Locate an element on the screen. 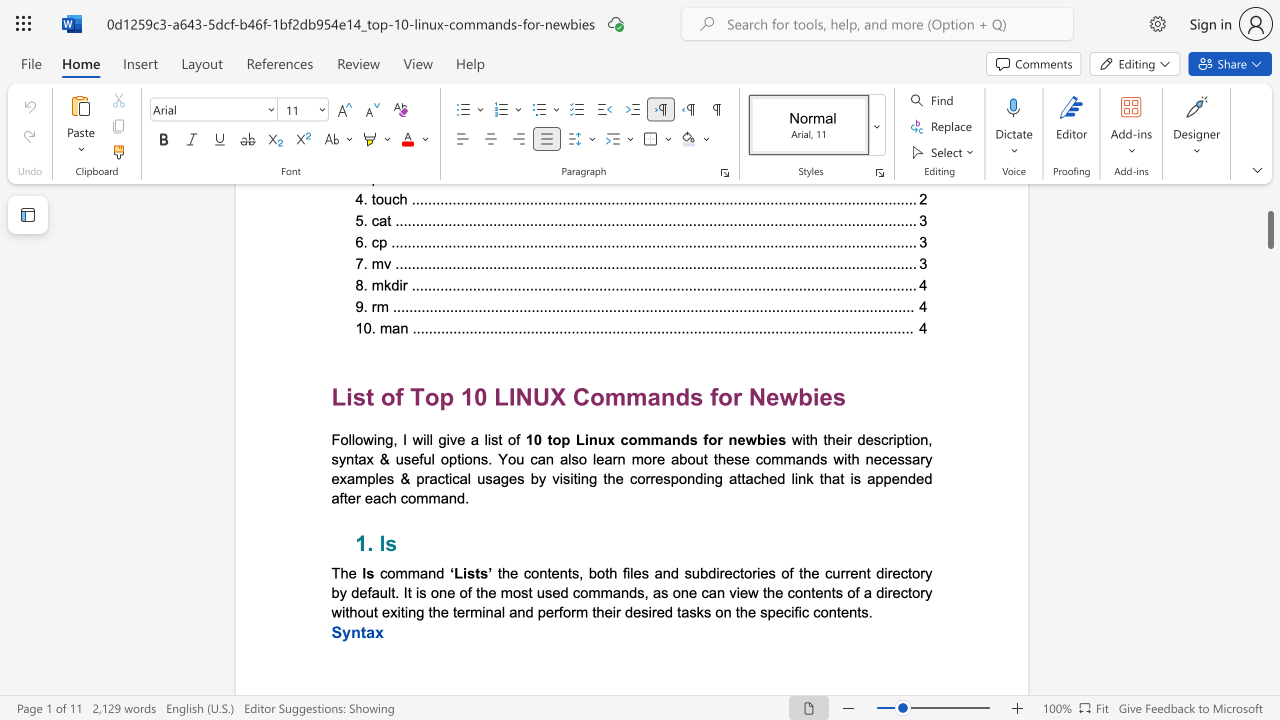 This screenshot has height=720, width=1280. the subset text "il" within the text "Following, I will give a list of" is located at coordinates (422, 438).